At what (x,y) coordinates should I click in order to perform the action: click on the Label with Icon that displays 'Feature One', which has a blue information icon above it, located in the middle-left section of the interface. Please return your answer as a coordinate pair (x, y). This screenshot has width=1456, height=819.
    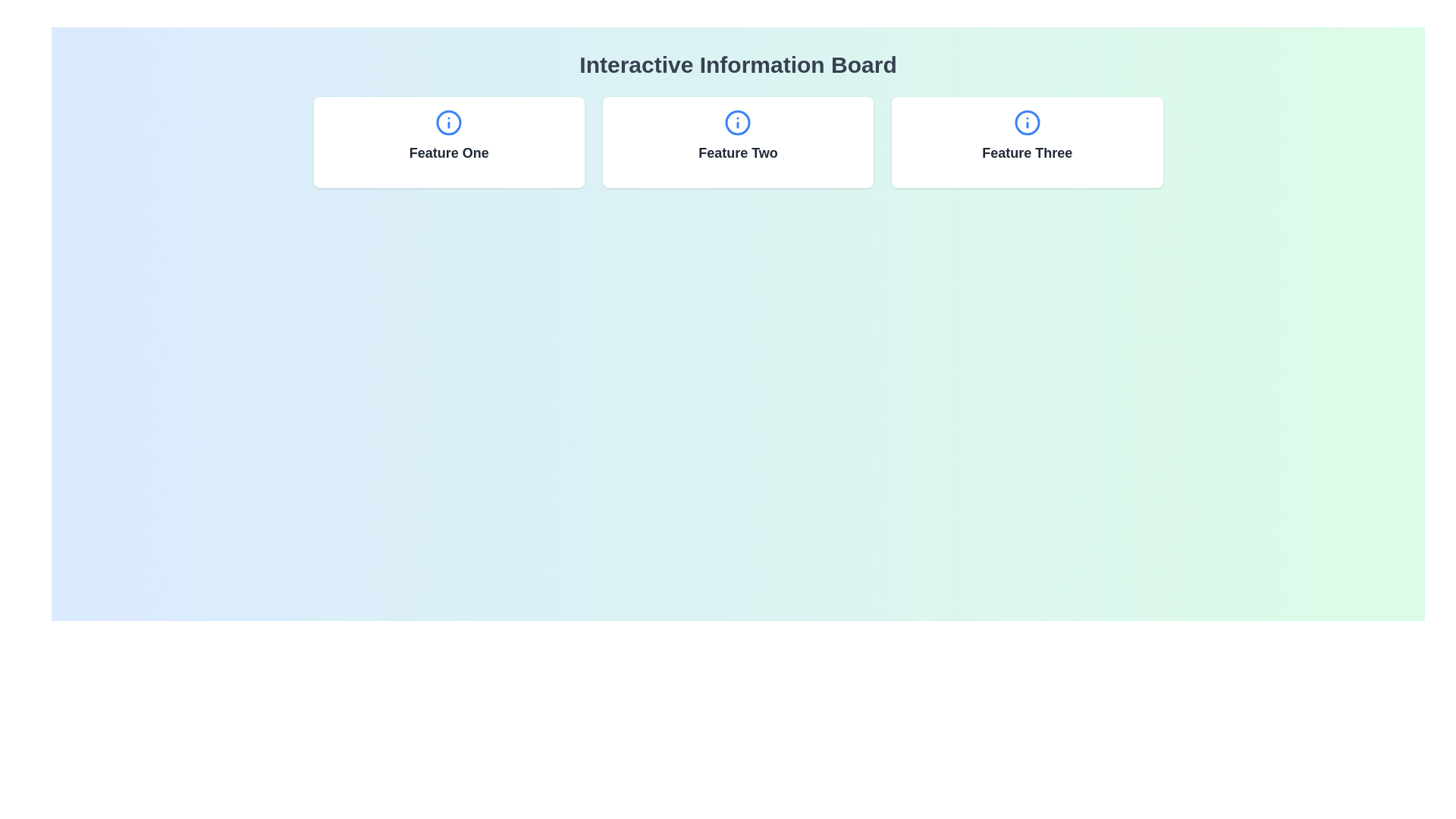
    Looking at the image, I should click on (448, 136).